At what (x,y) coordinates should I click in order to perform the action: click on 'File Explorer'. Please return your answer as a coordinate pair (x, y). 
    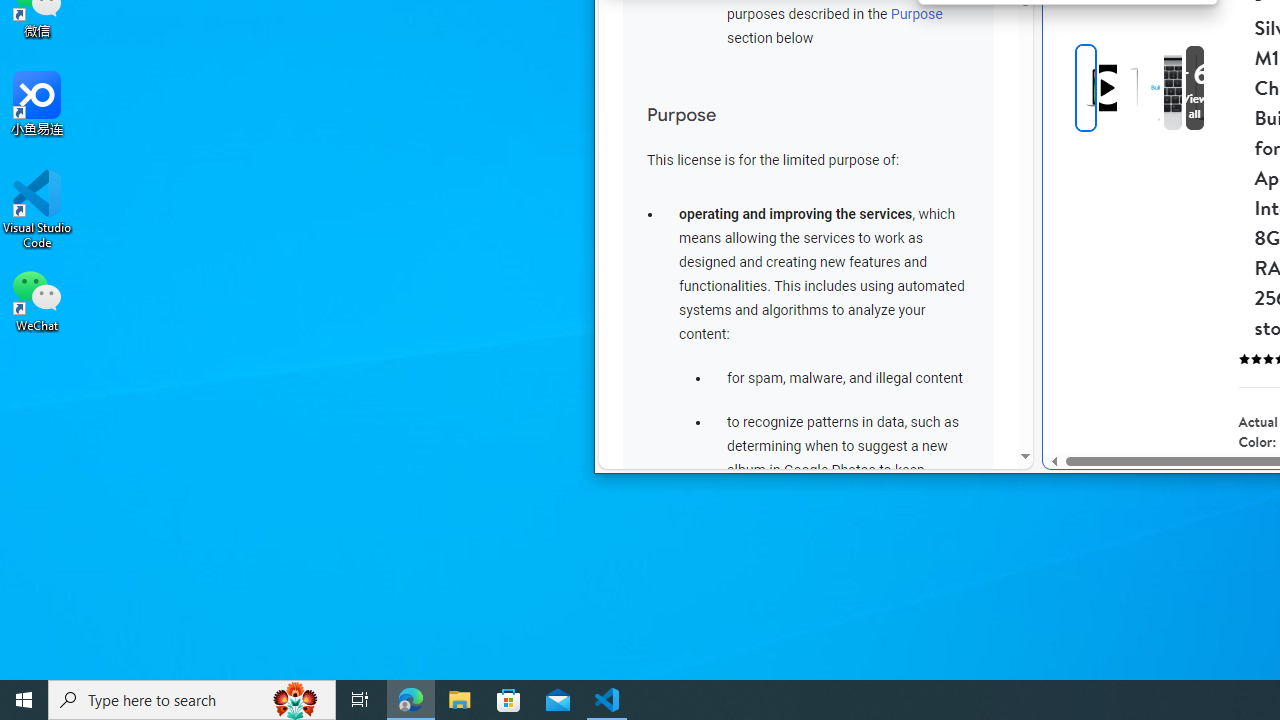
    Looking at the image, I should click on (459, 698).